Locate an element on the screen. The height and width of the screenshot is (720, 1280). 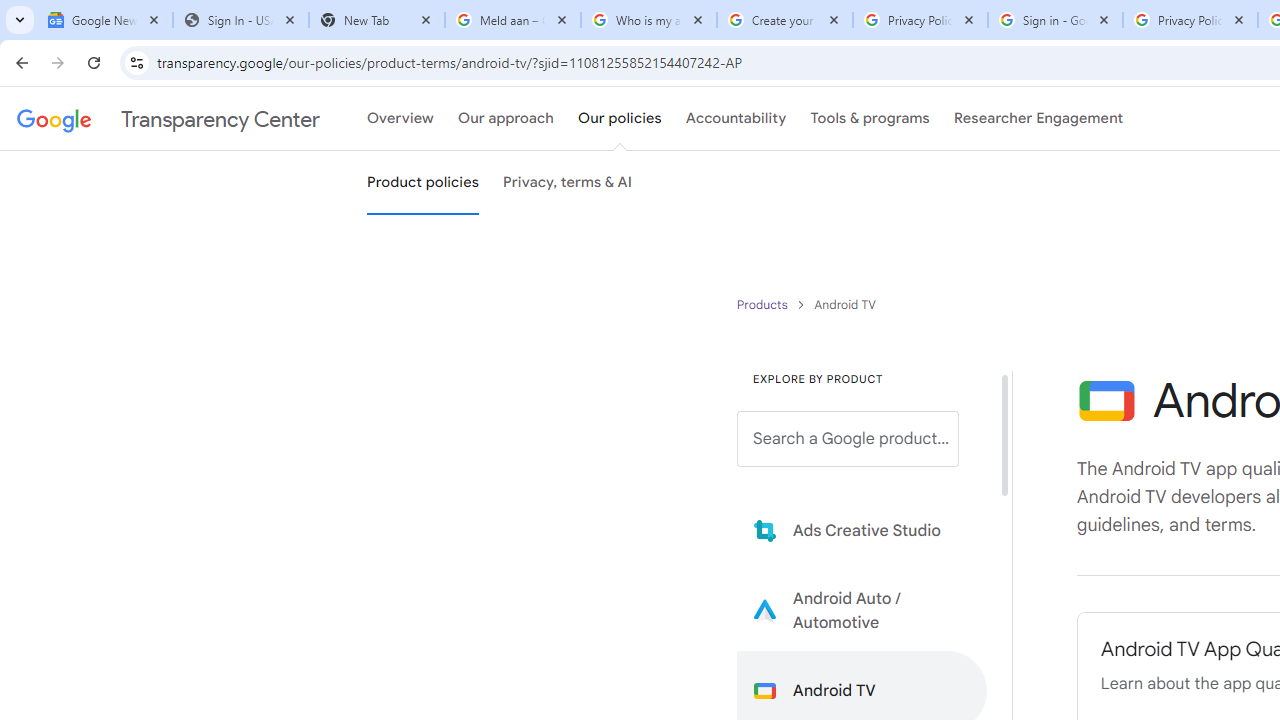
'Privacy, terms & AI' is located at coordinates (567, 183).